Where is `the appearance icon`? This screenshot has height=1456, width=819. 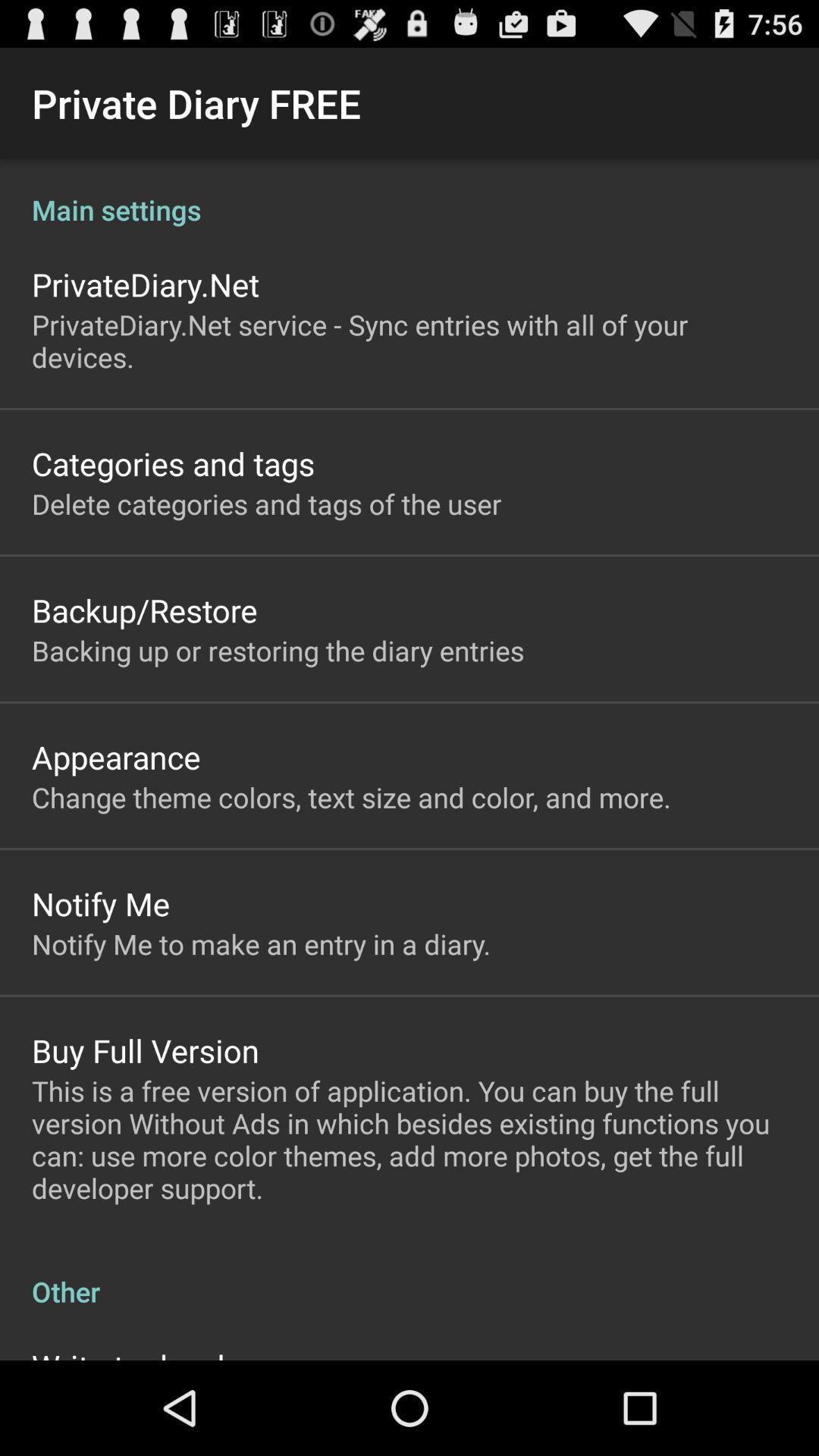 the appearance icon is located at coordinates (115, 757).